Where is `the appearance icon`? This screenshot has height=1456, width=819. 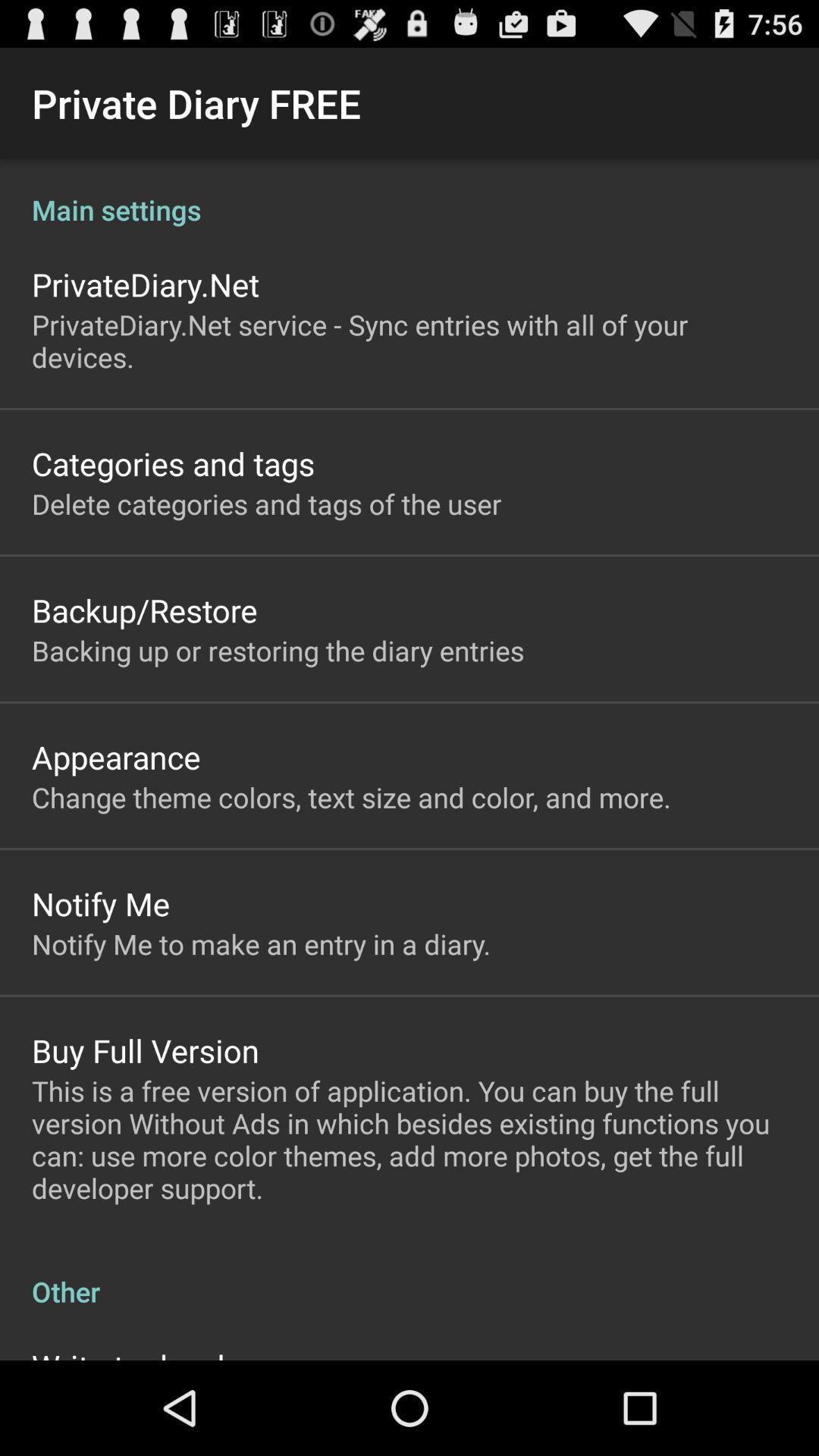 the appearance icon is located at coordinates (115, 757).